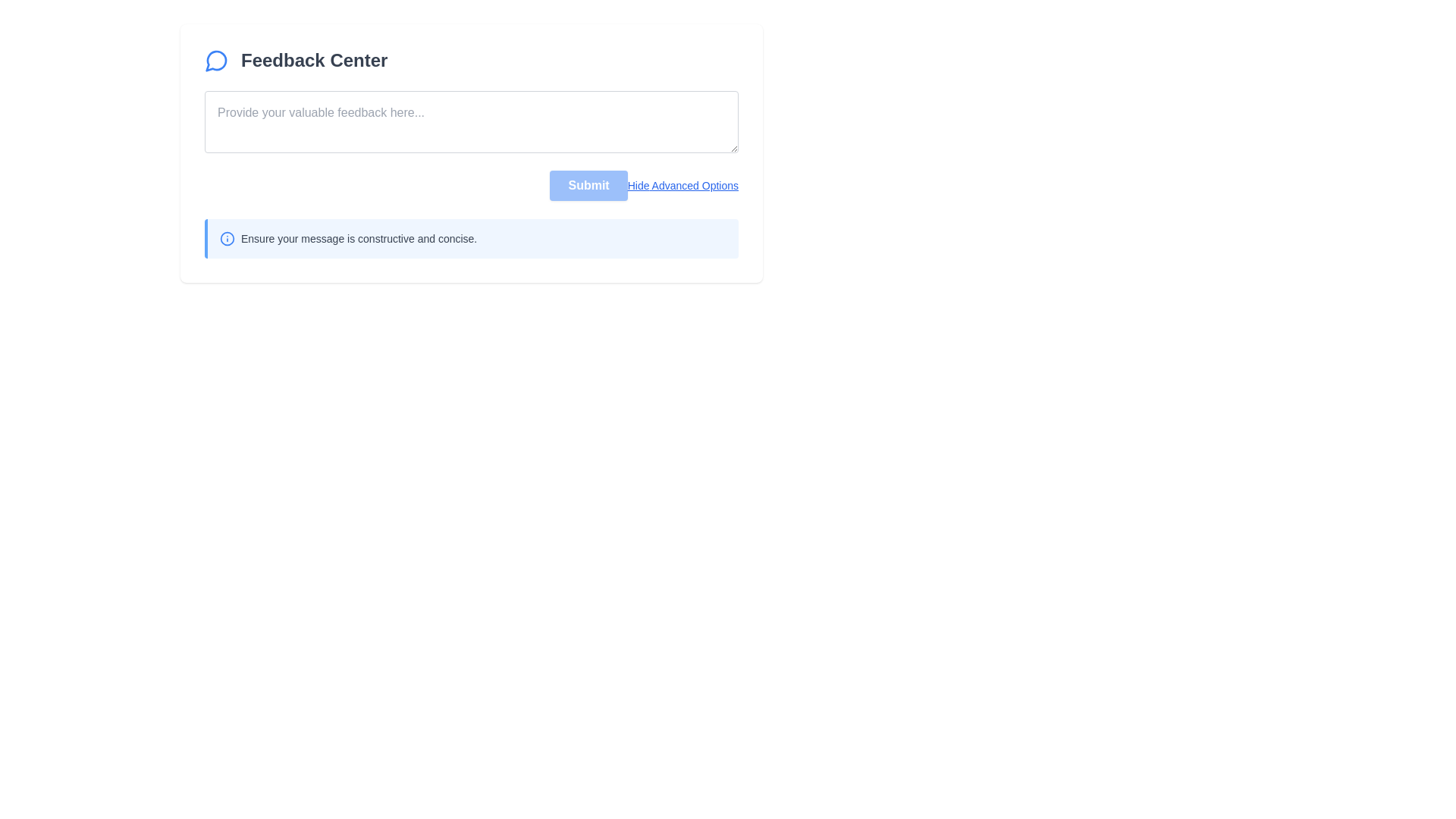 This screenshot has height=819, width=1456. Describe the element at coordinates (472, 239) in the screenshot. I see `the informational text with icon located near the bottom of the feedback section, providing guidance about the feedback message` at that location.